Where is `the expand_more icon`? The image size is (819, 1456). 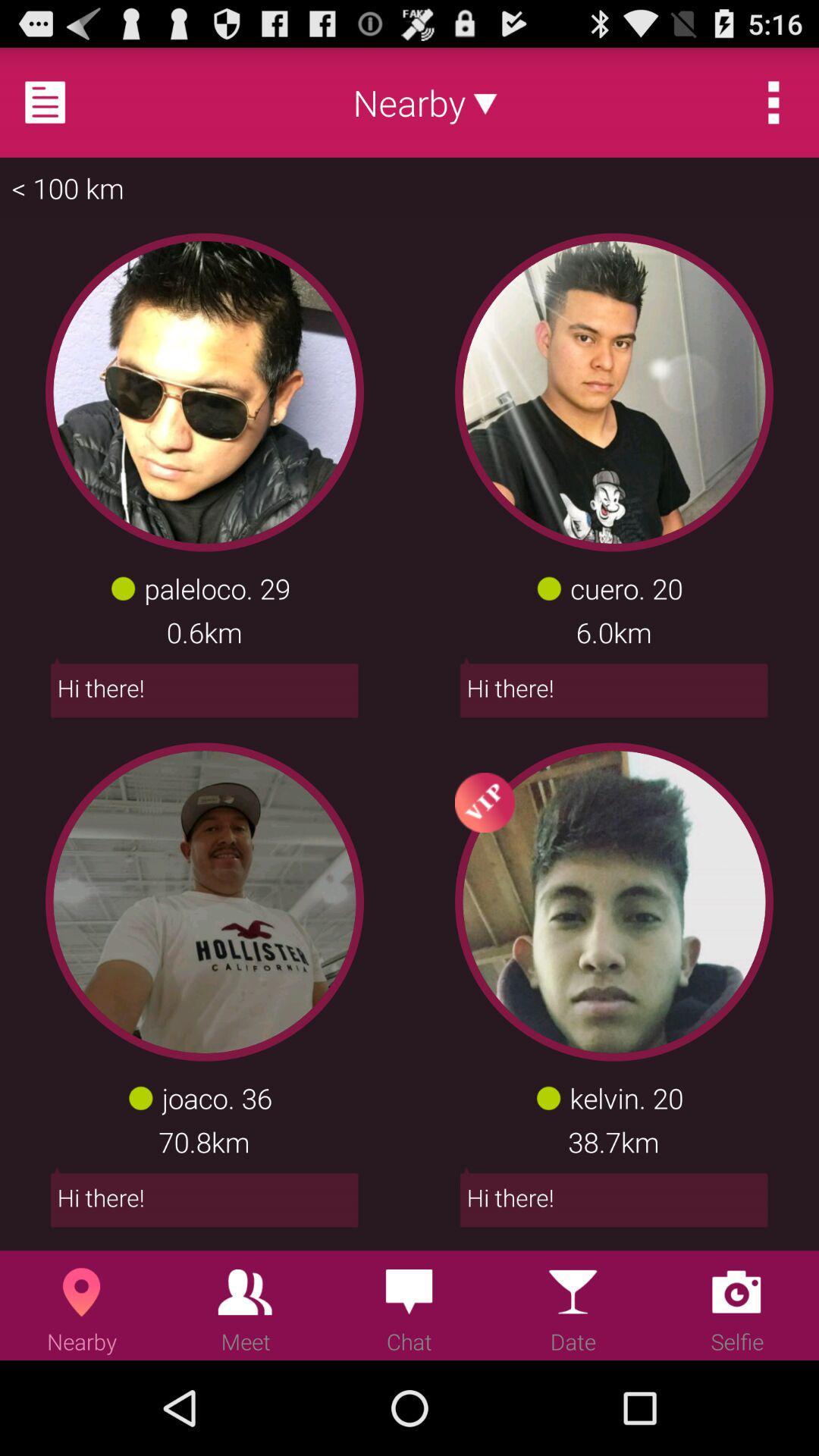 the expand_more icon is located at coordinates (485, 108).